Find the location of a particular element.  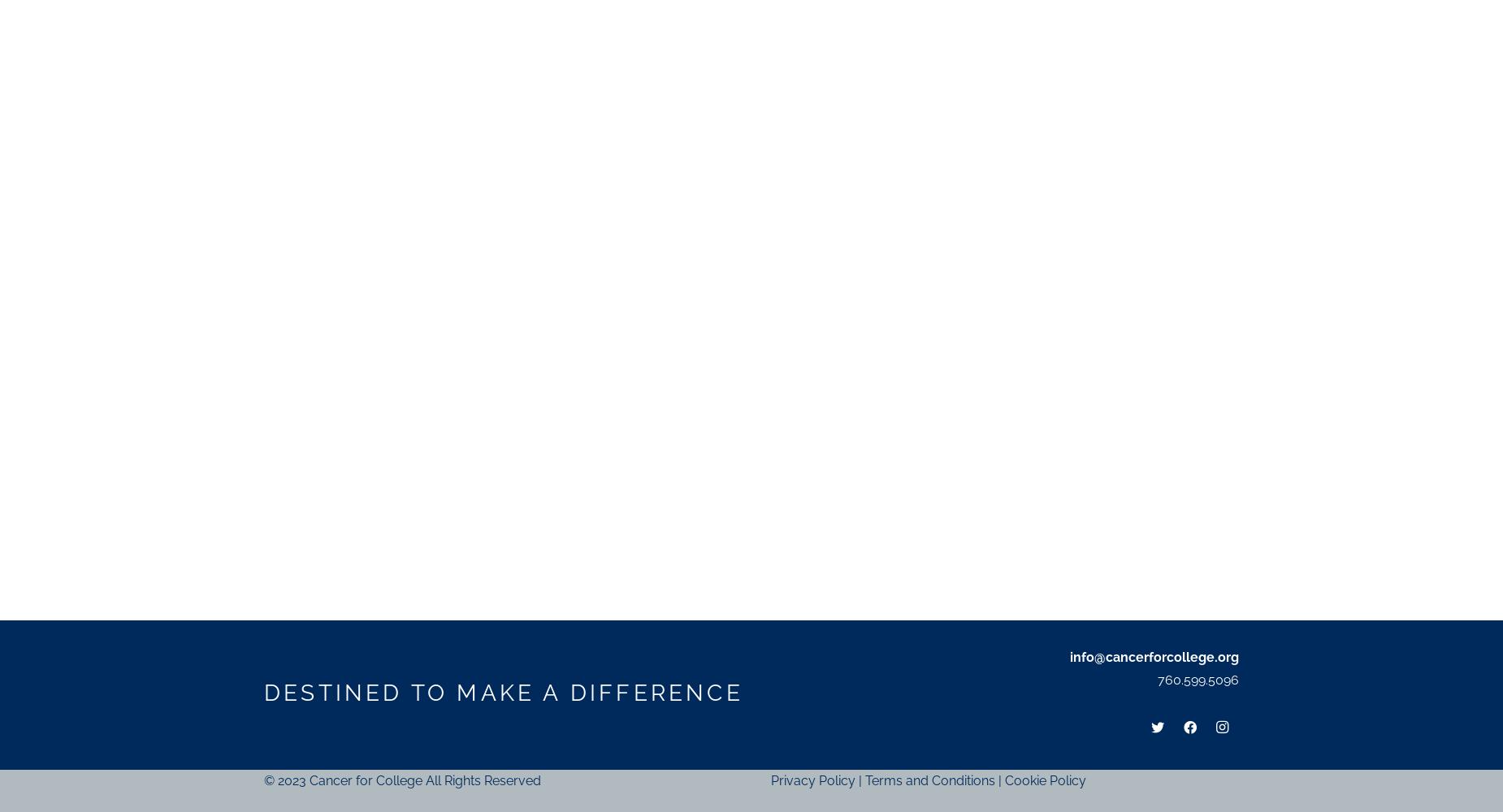

'Cookie Policy' is located at coordinates (1003, 780).